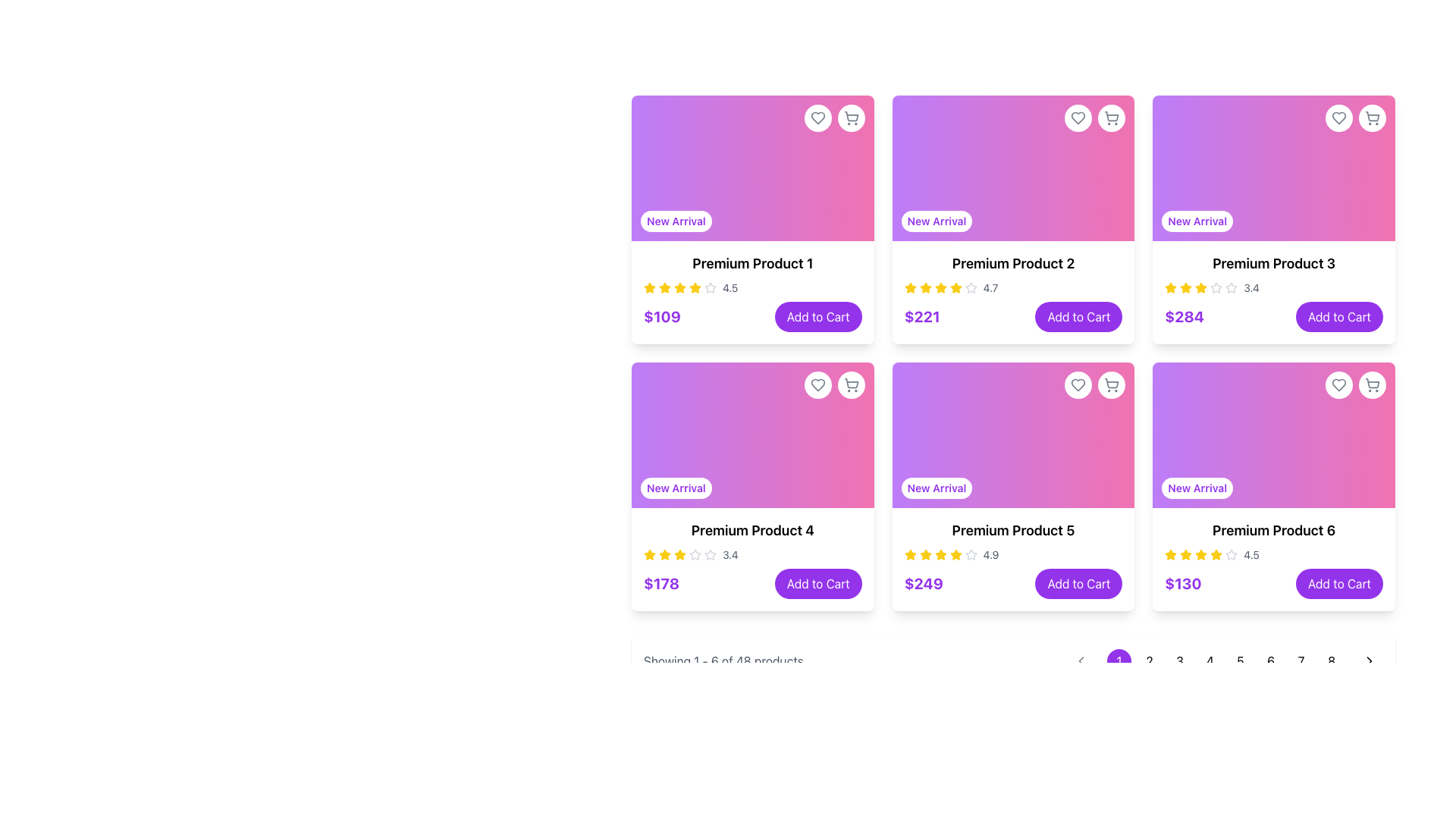 The height and width of the screenshot is (819, 1456). Describe the element at coordinates (1013, 529) in the screenshot. I see `the 'Premium Product 5' text element, which is displayed in bold and black within a card-like structure with a purple gradient background in the second row and second column of product cards` at that location.